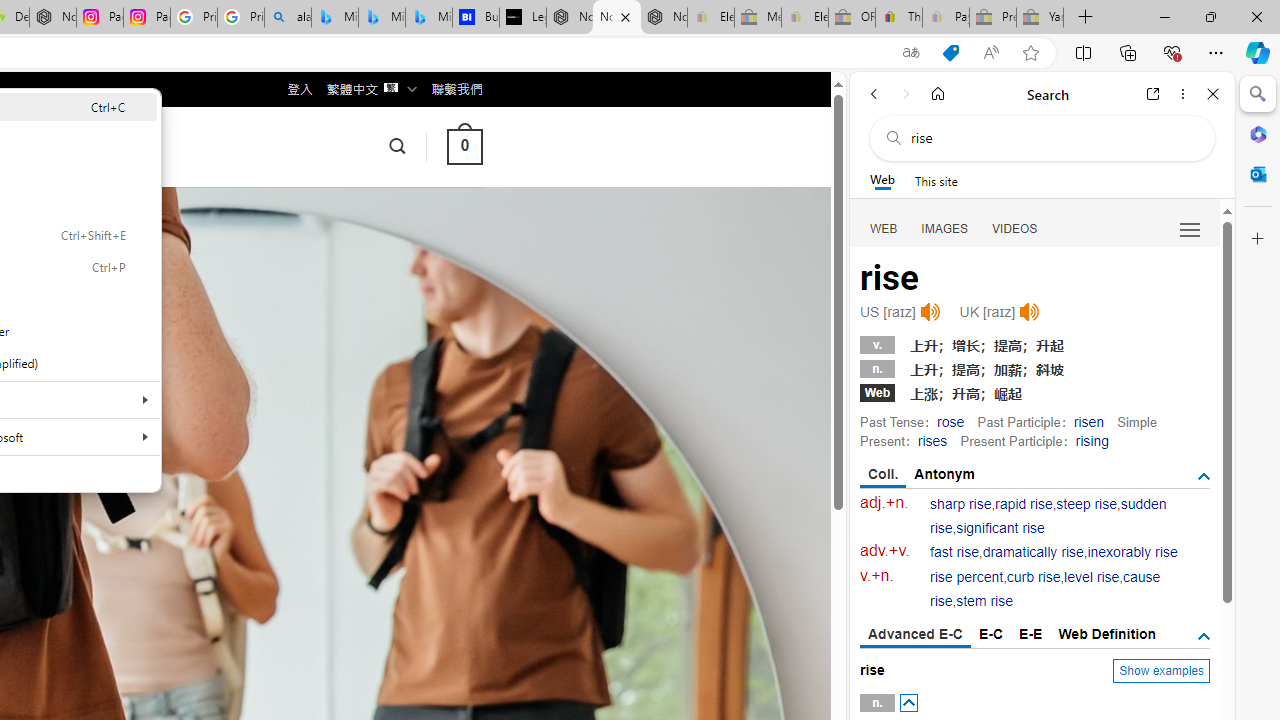  I want to click on 'stem rise', so click(984, 600).